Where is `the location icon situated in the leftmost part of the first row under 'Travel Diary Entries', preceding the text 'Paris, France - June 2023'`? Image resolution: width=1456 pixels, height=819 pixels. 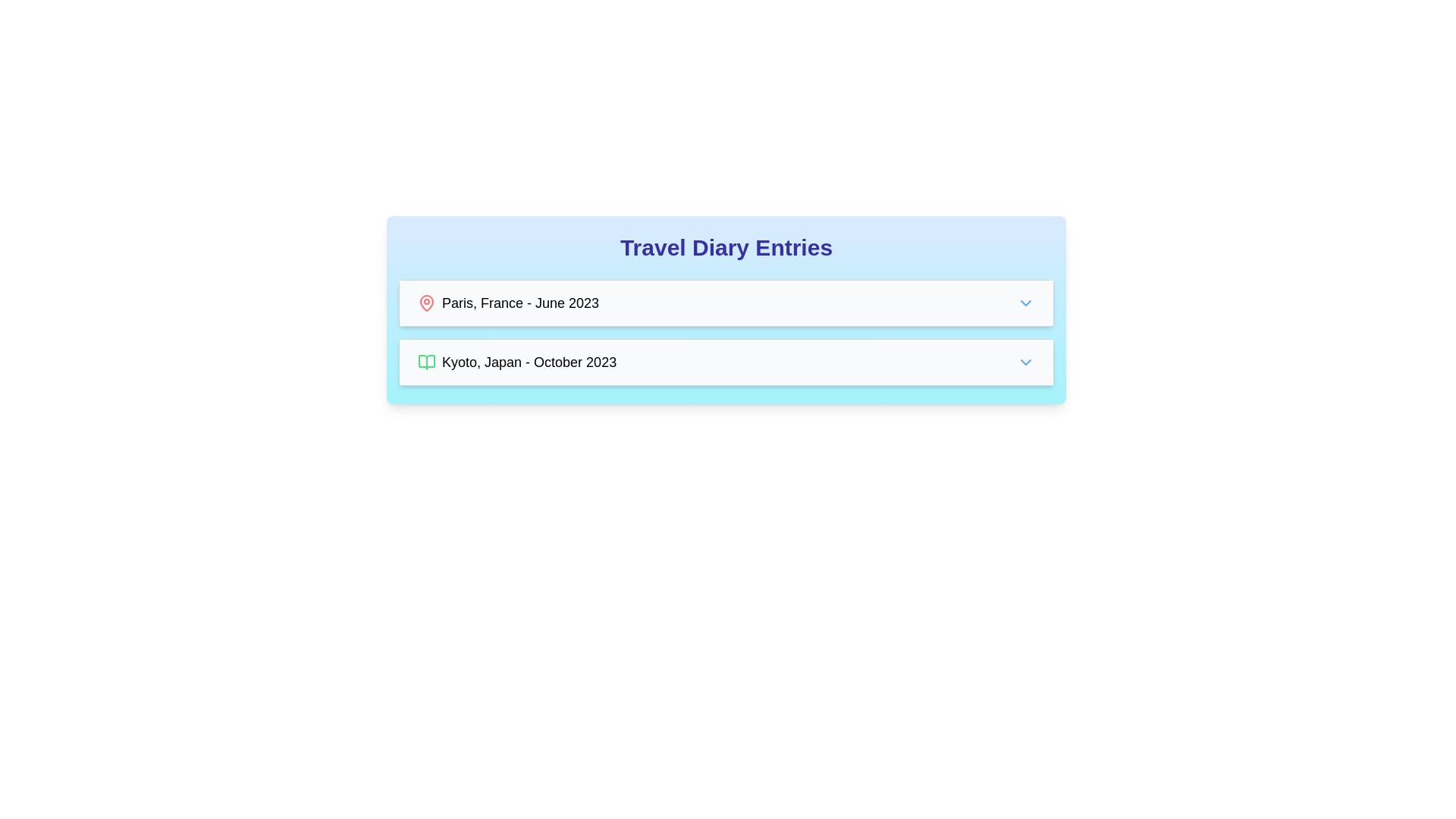 the location icon situated in the leftmost part of the first row under 'Travel Diary Entries', preceding the text 'Paris, France - June 2023' is located at coordinates (425, 302).